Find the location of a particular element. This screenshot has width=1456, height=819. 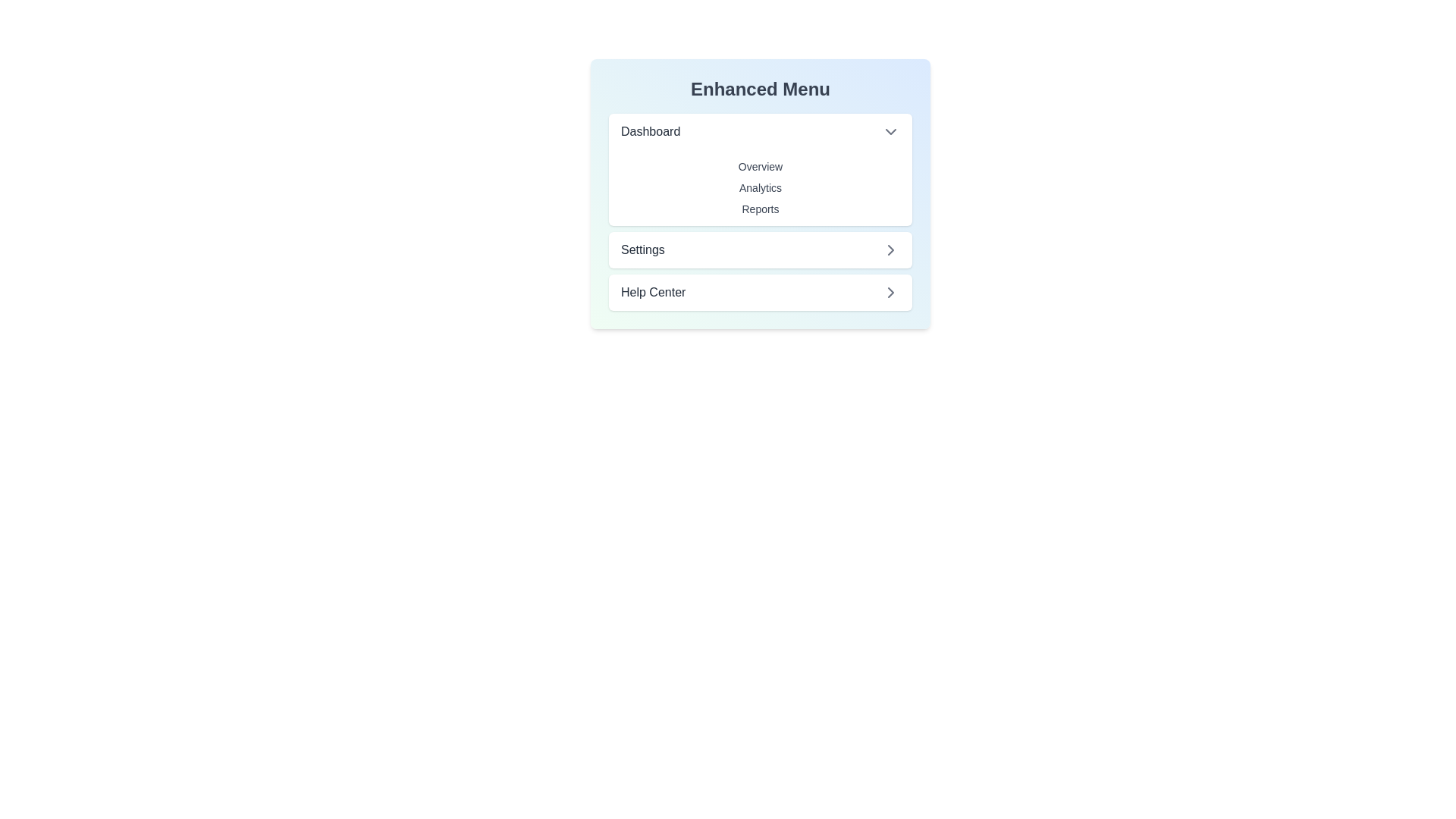

the chevron arrow icon located to the far right of the 'Settings' label to trigger additional interaction options is located at coordinates (891, 249).